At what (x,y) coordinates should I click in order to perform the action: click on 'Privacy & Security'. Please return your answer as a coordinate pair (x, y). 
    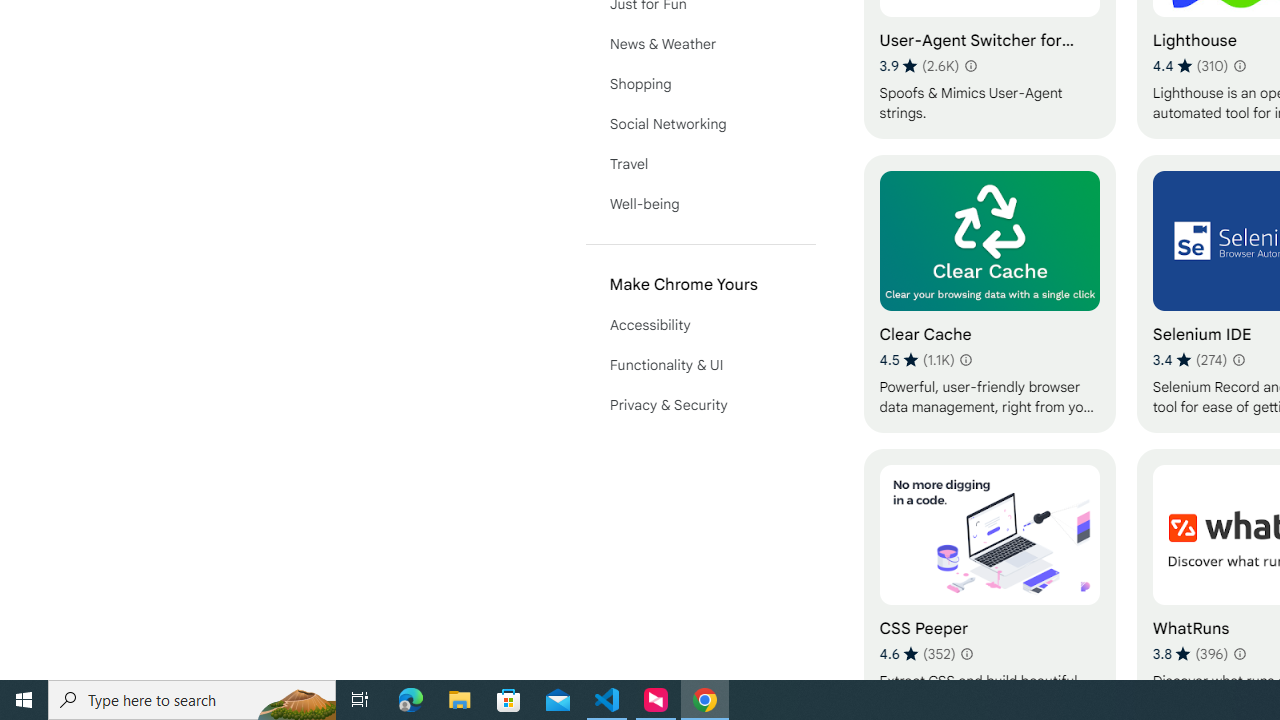
    Looking at the image, I should click on (700, 405).